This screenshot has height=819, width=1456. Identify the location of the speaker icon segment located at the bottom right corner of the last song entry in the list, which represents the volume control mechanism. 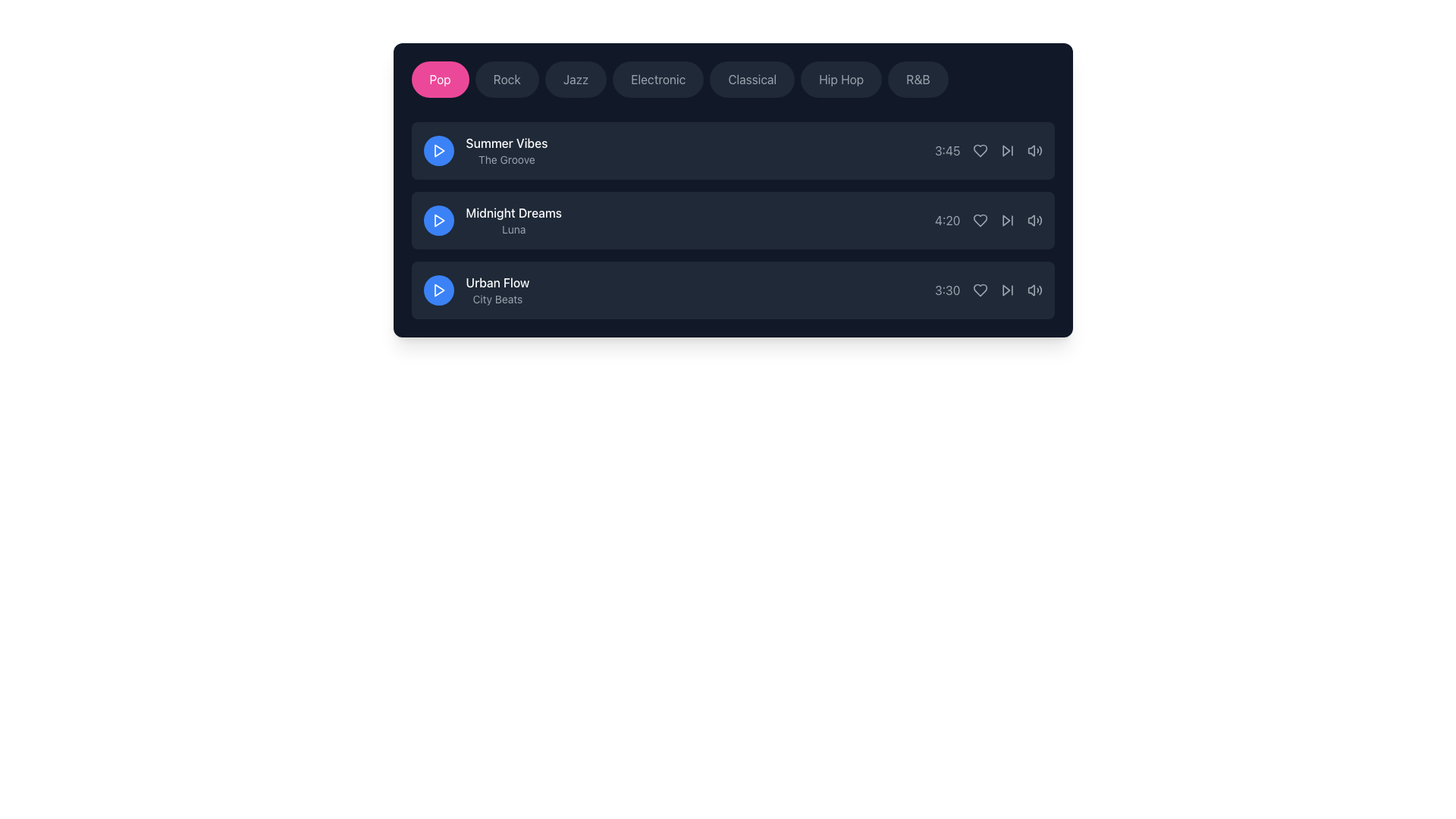
(1031, 290).